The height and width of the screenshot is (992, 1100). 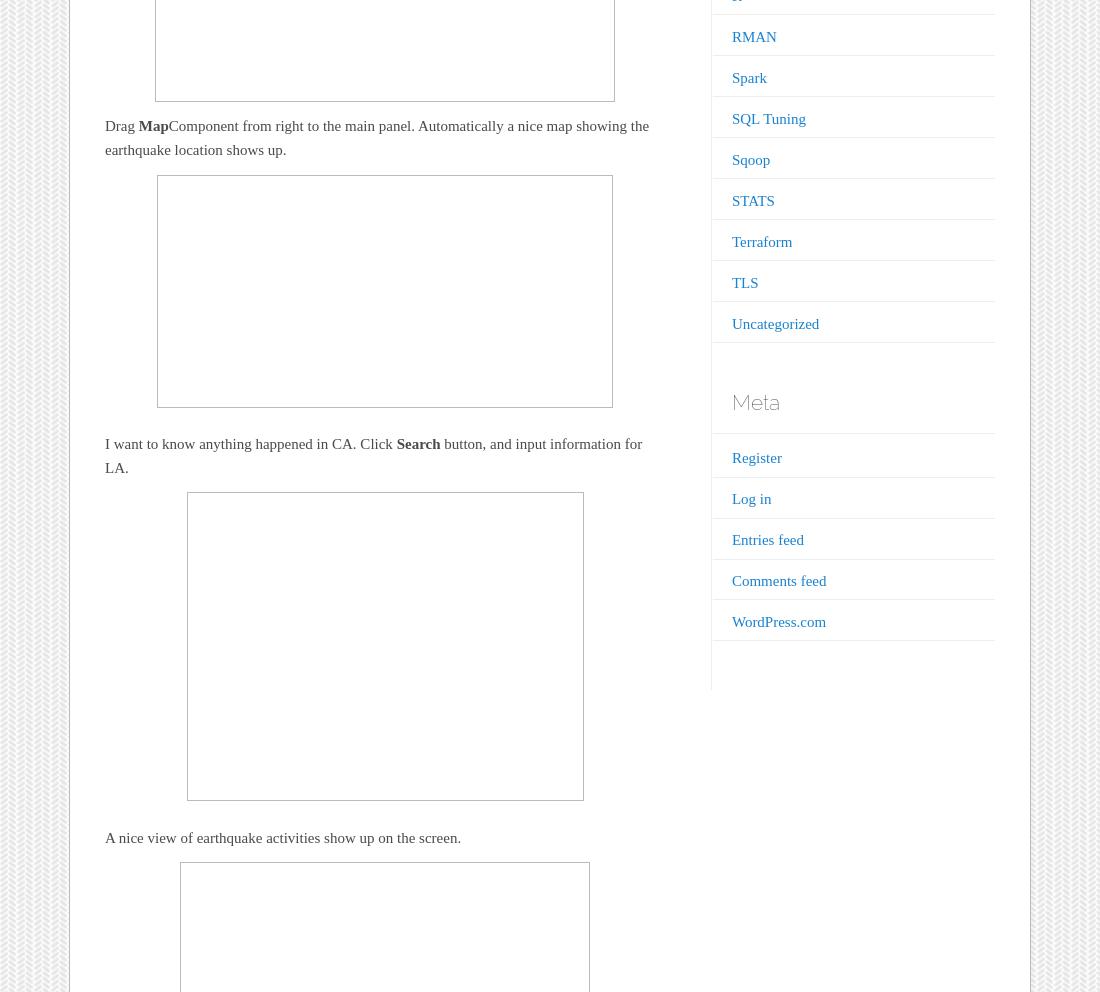 I want to click on 'Spark', so click(x=747, y=76).